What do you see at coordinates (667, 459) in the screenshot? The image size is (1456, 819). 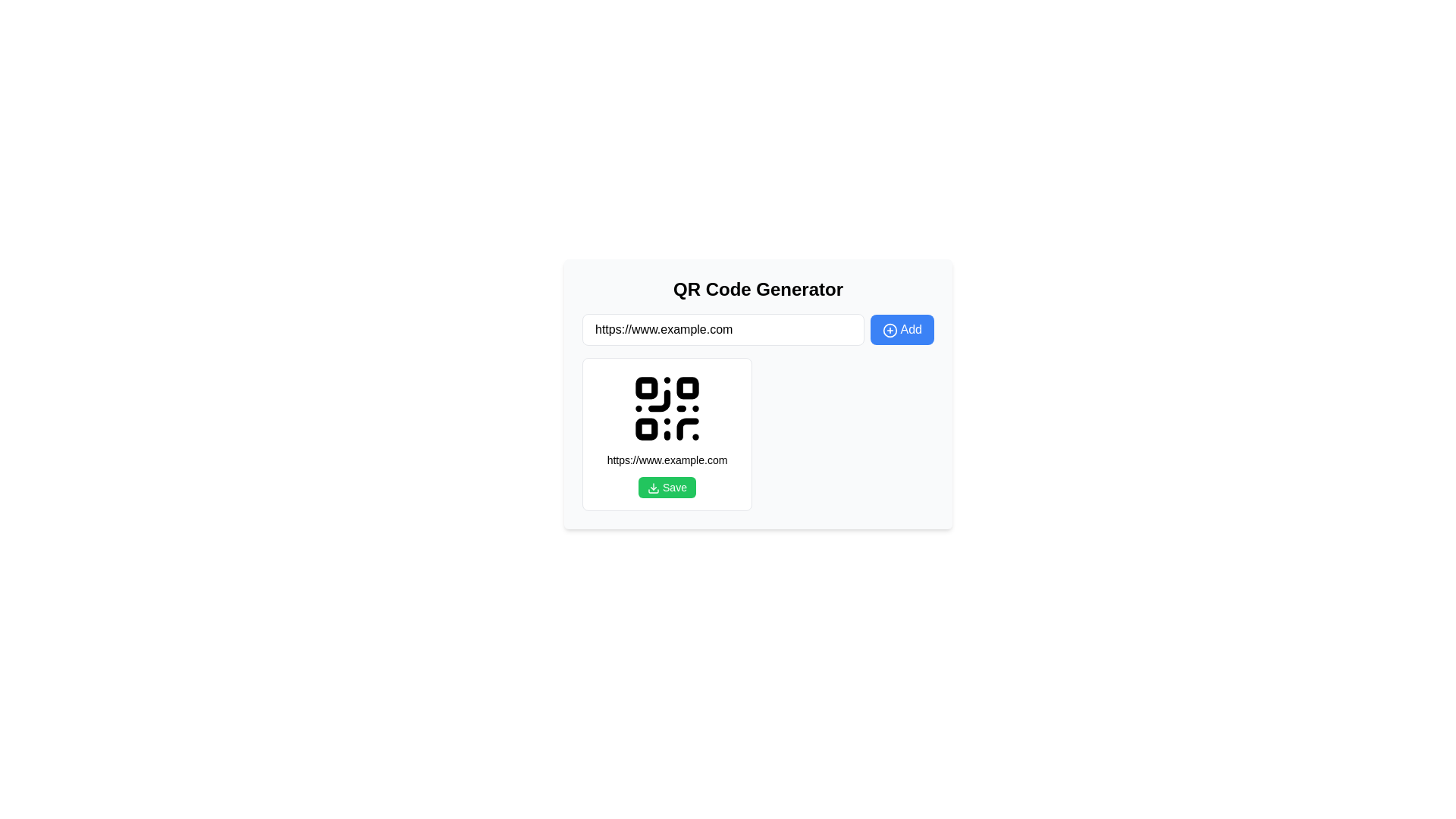 I see `the text label that presents the URL, located below the QR code image and above the 'Save' button, to trigger potential hover effects` at bounding box center [667, 459].